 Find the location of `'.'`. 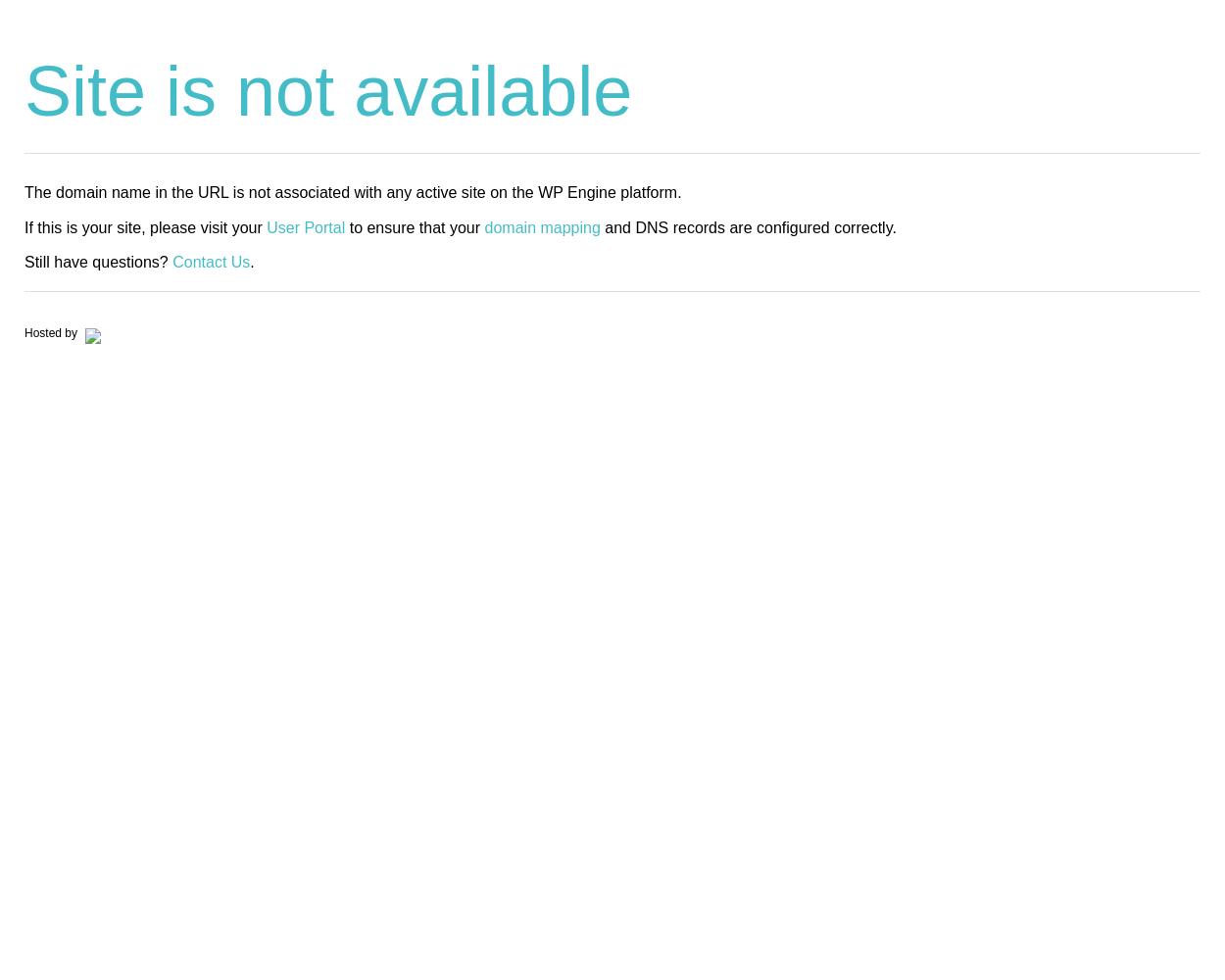

'.' is located at coordinates (252, 261).